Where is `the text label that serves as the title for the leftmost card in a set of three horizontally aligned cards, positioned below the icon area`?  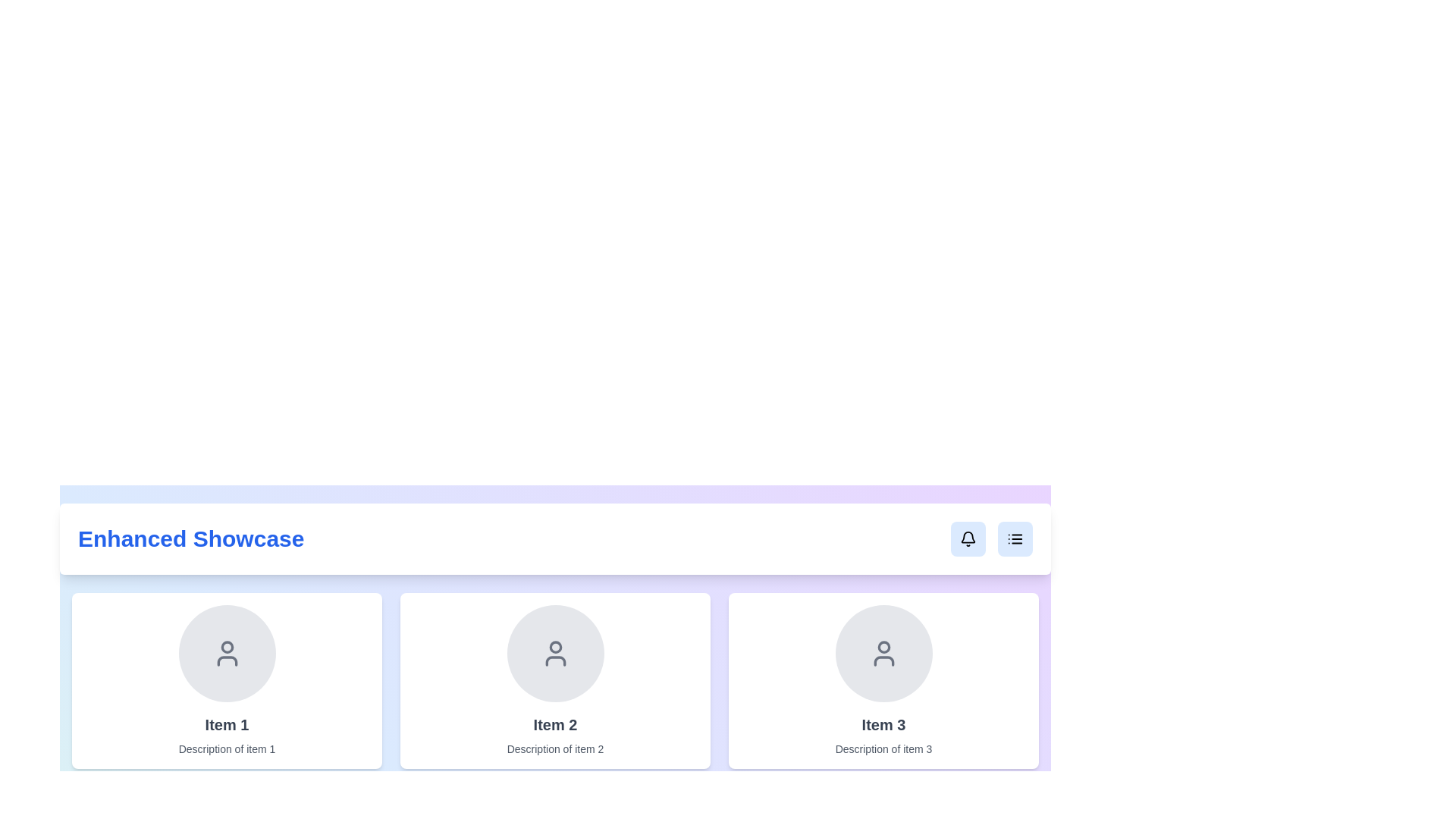 the text label that serves as the title for the leftmost card in a set of three horizontally aligned cards, positioned below the icon area is located at coordinates (226, 724).